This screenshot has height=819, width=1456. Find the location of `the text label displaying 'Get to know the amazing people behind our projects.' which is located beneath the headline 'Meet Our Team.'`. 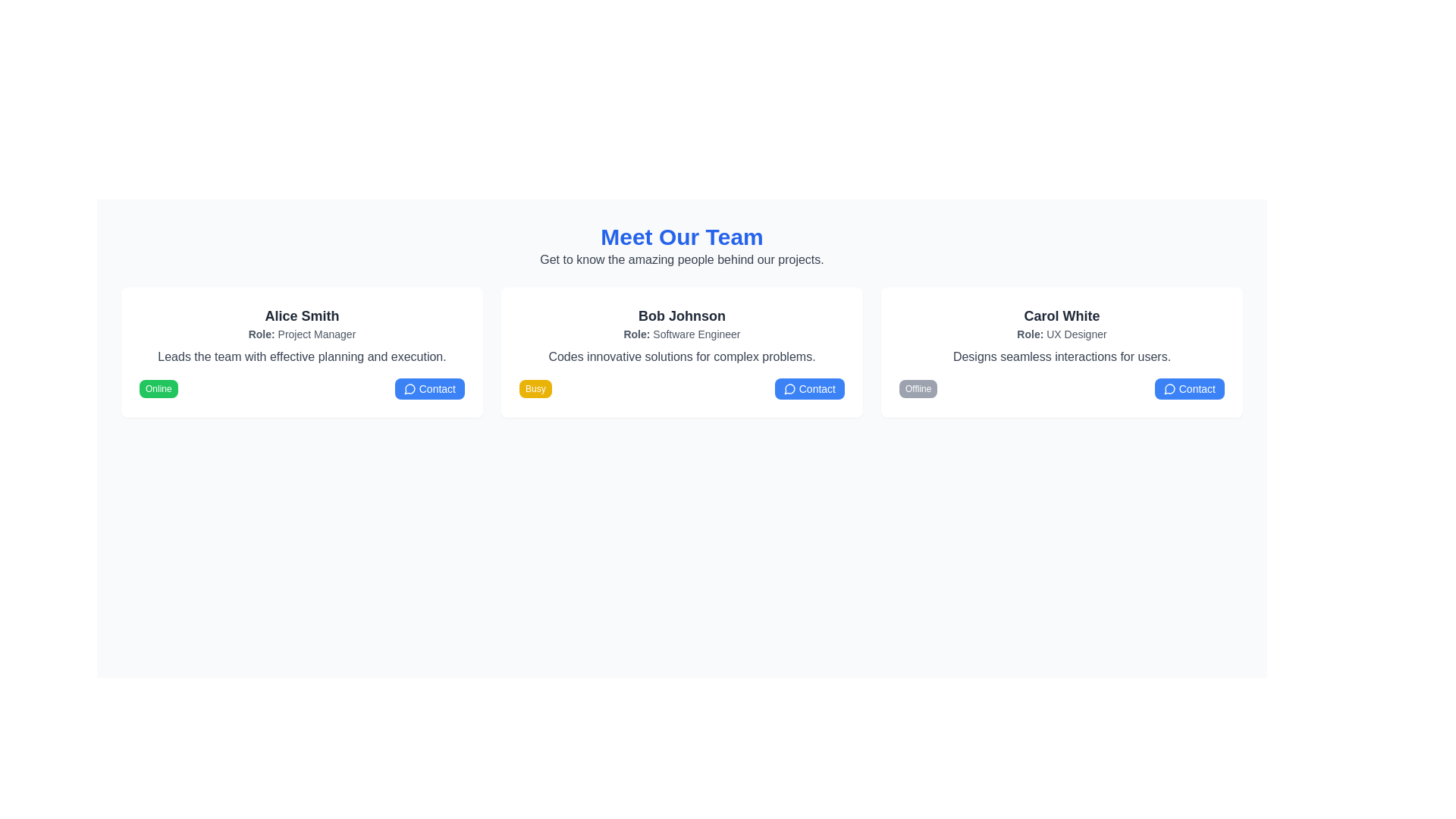

the text label displaying 'Get to know the amazing people behind our projects.' which is located beneath the headline 'Meet Our Team.' is located at coordinates (681, 259).